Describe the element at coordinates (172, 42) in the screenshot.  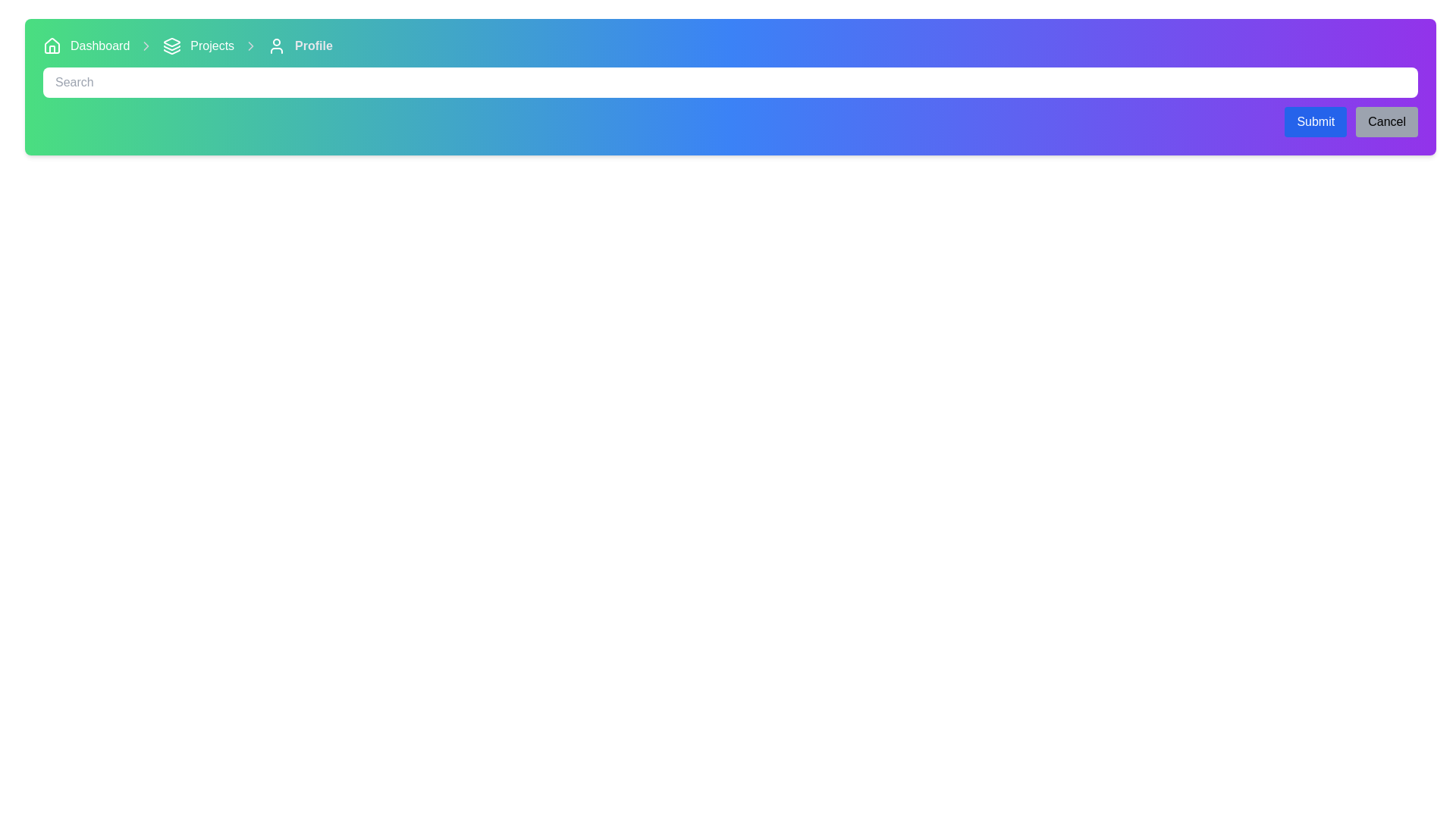
I see `the first stacked layer of the icon representing 'Projects' located in the header between 'Dashboard' and 'Profile'` at that location.